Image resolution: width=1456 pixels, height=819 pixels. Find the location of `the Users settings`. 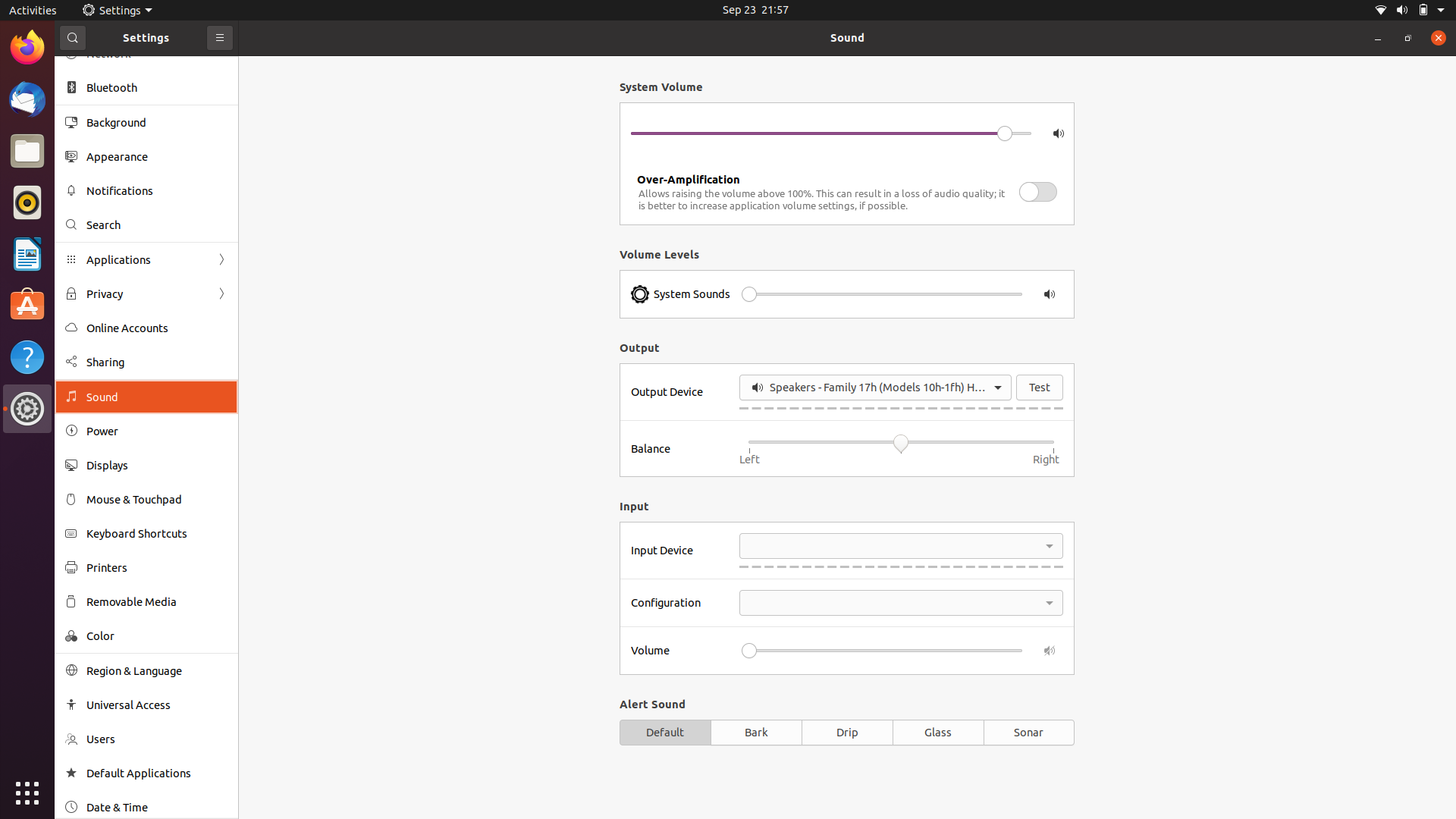

the Users settings is located at coordinates (146, 740).